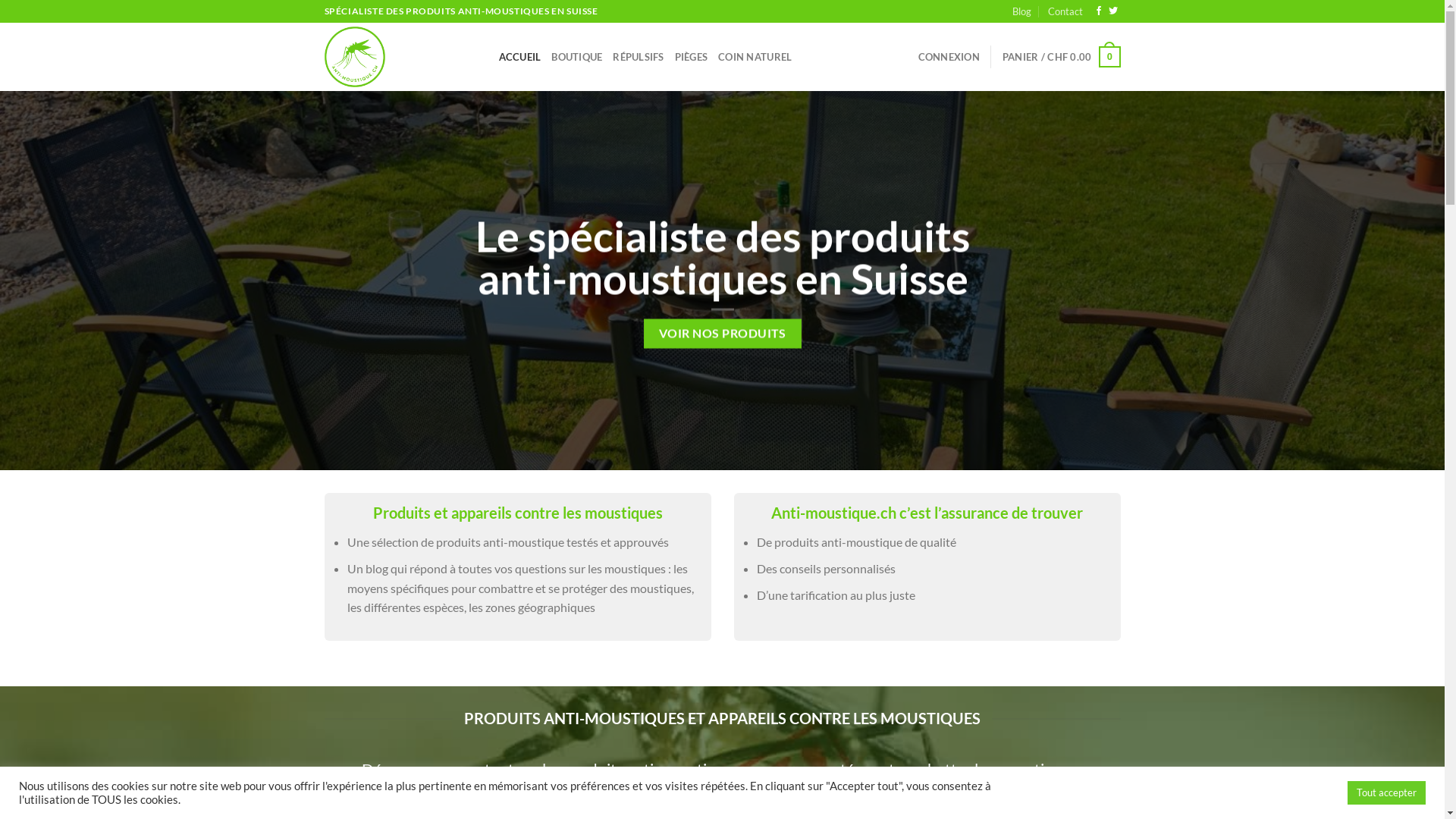 This screenshot has height=819, width=1456. What do you see at coordinates (1061, 55) in the screenshot?
I see `'PANIER / CHF 0.00` at bounding box center [1061, 55].